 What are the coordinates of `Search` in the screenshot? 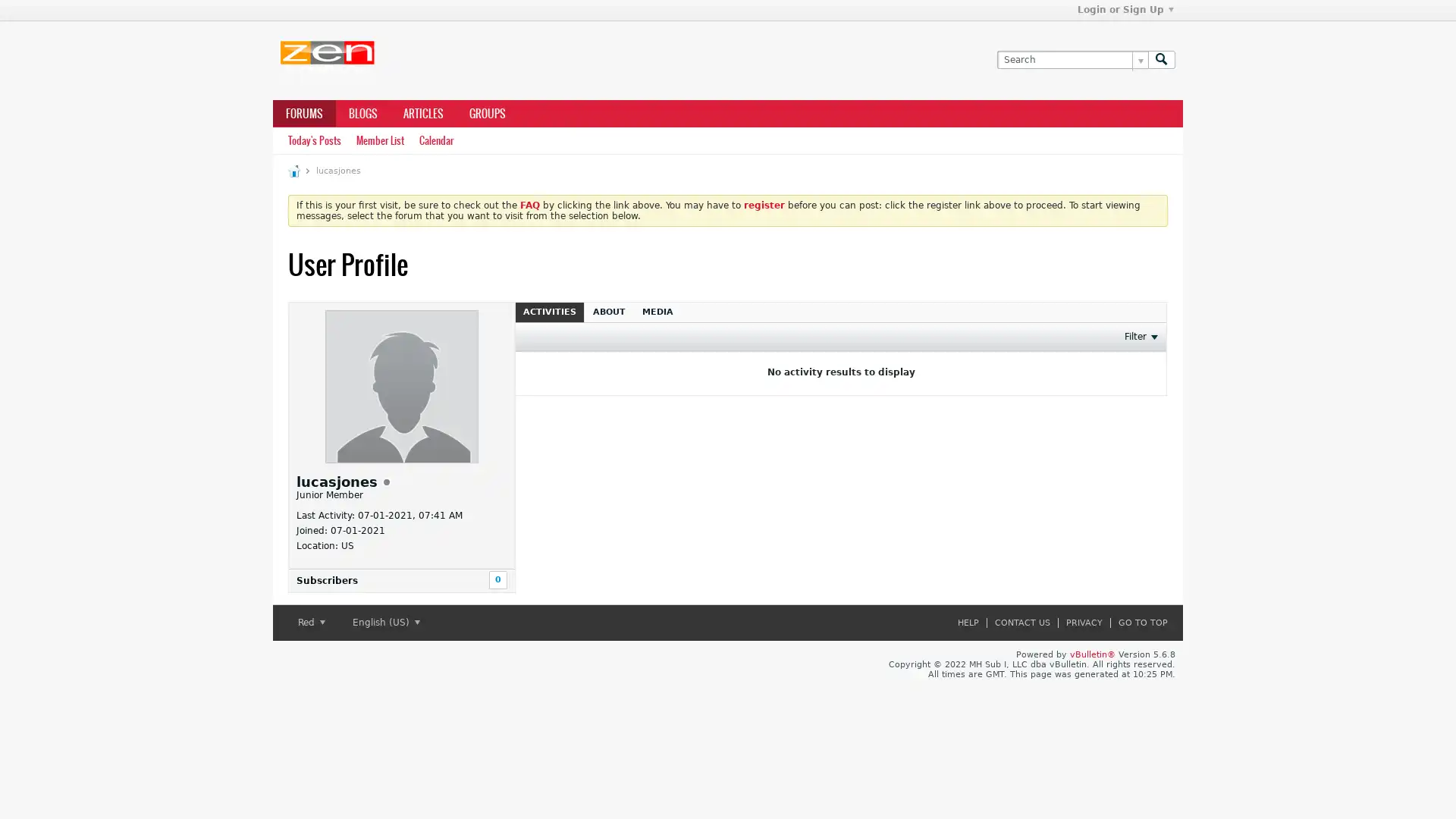 It's located at (1160, 58).